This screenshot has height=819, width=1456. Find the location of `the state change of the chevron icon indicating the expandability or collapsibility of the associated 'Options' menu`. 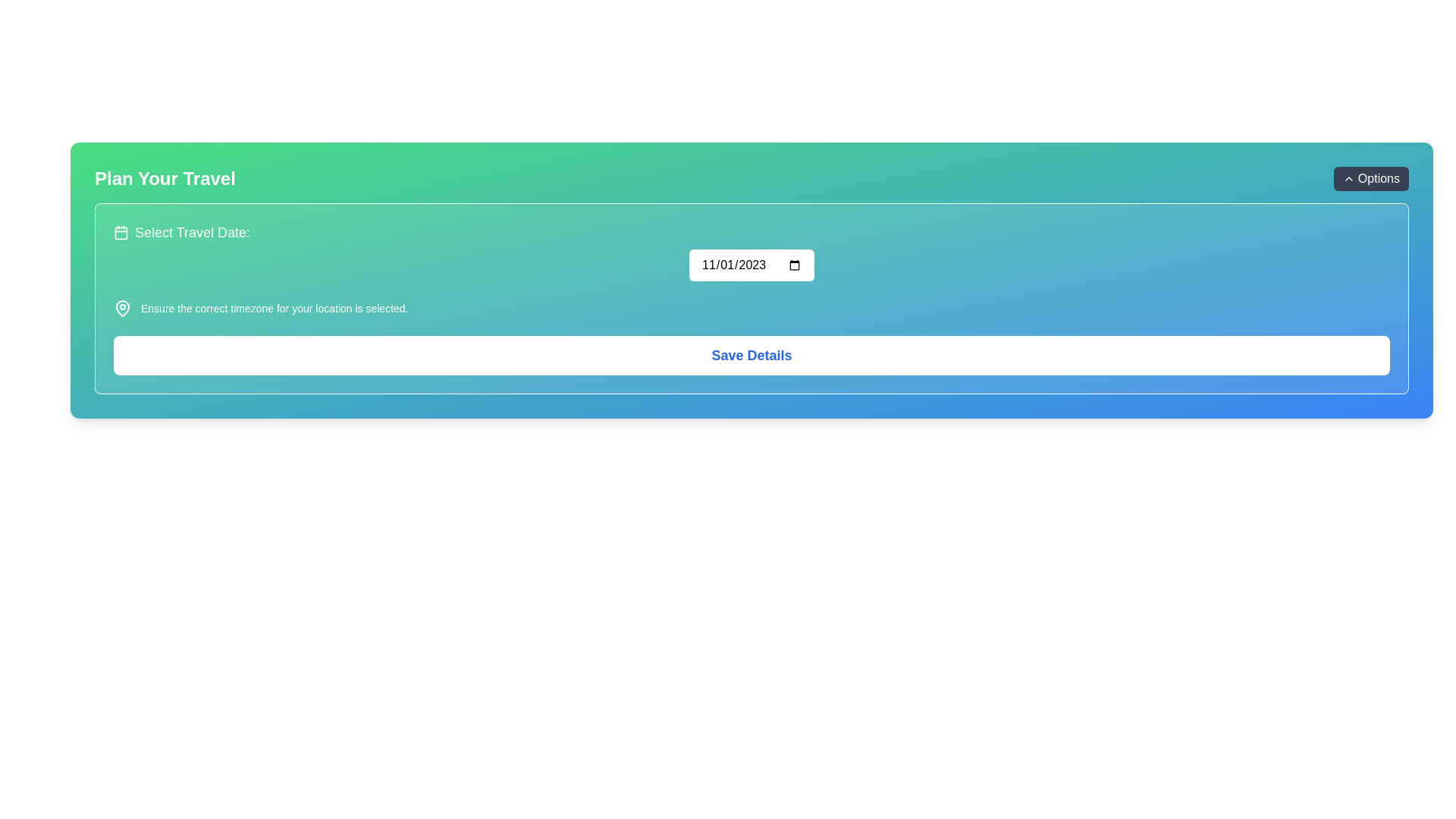

the state change of the chevron icon indicating the expandability or collapsibility of the associated 'Options' menu is located at coordinates (1348, 177).